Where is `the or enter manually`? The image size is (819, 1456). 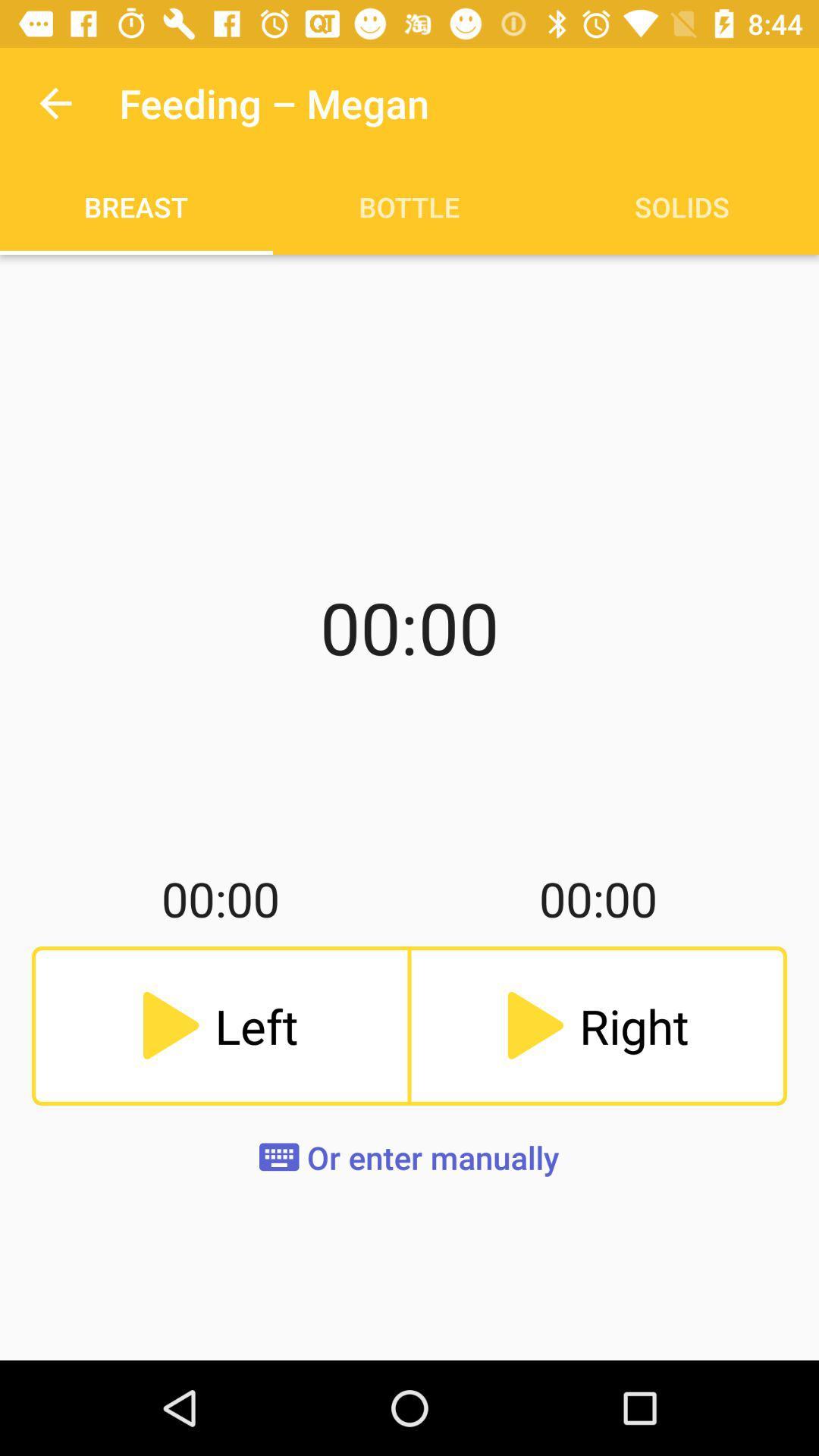 the or enter manually is located at coordinates (408, 1156).